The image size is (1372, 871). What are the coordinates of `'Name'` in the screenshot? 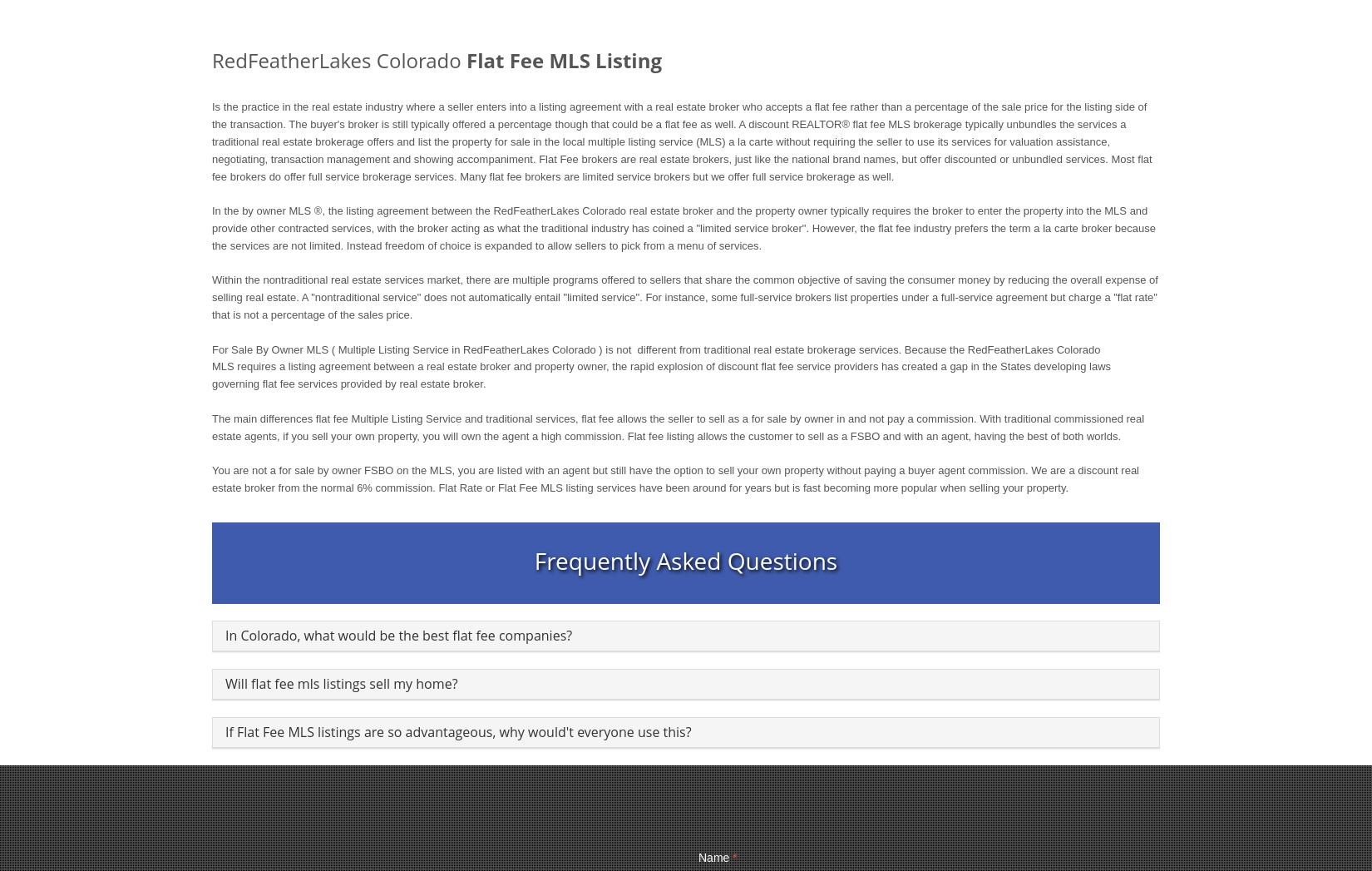 It's located at (715, 857).